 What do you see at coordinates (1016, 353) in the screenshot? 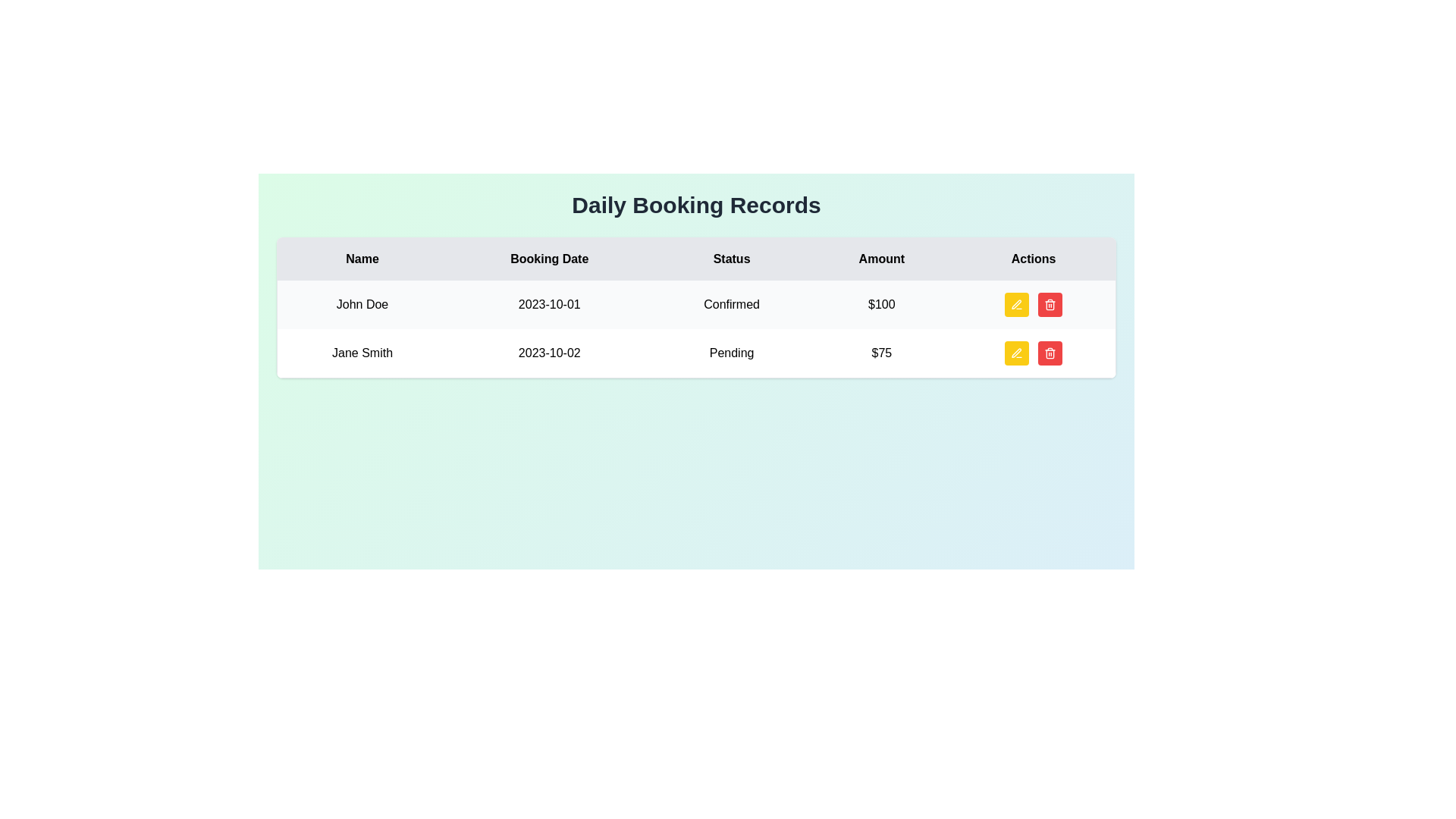
I see `the edit button located in the 'Actions' column of the second row in the table` at bounding box center [1016, 353].